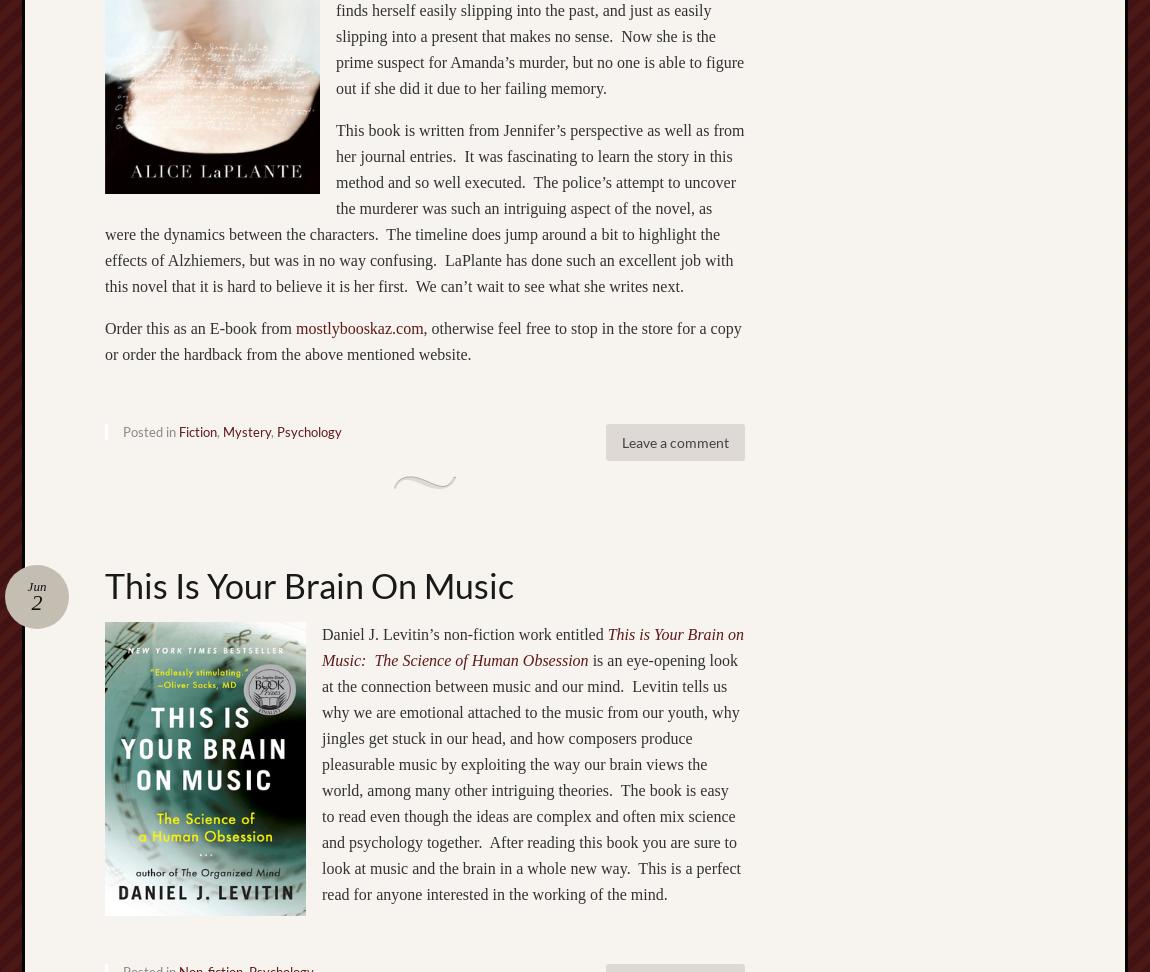 The height and width of the screenshot is (972, 1150). Describe the element at coordinates (359, 326) in the screenshot. I see `'mostlybooskaz.com'` at that location.